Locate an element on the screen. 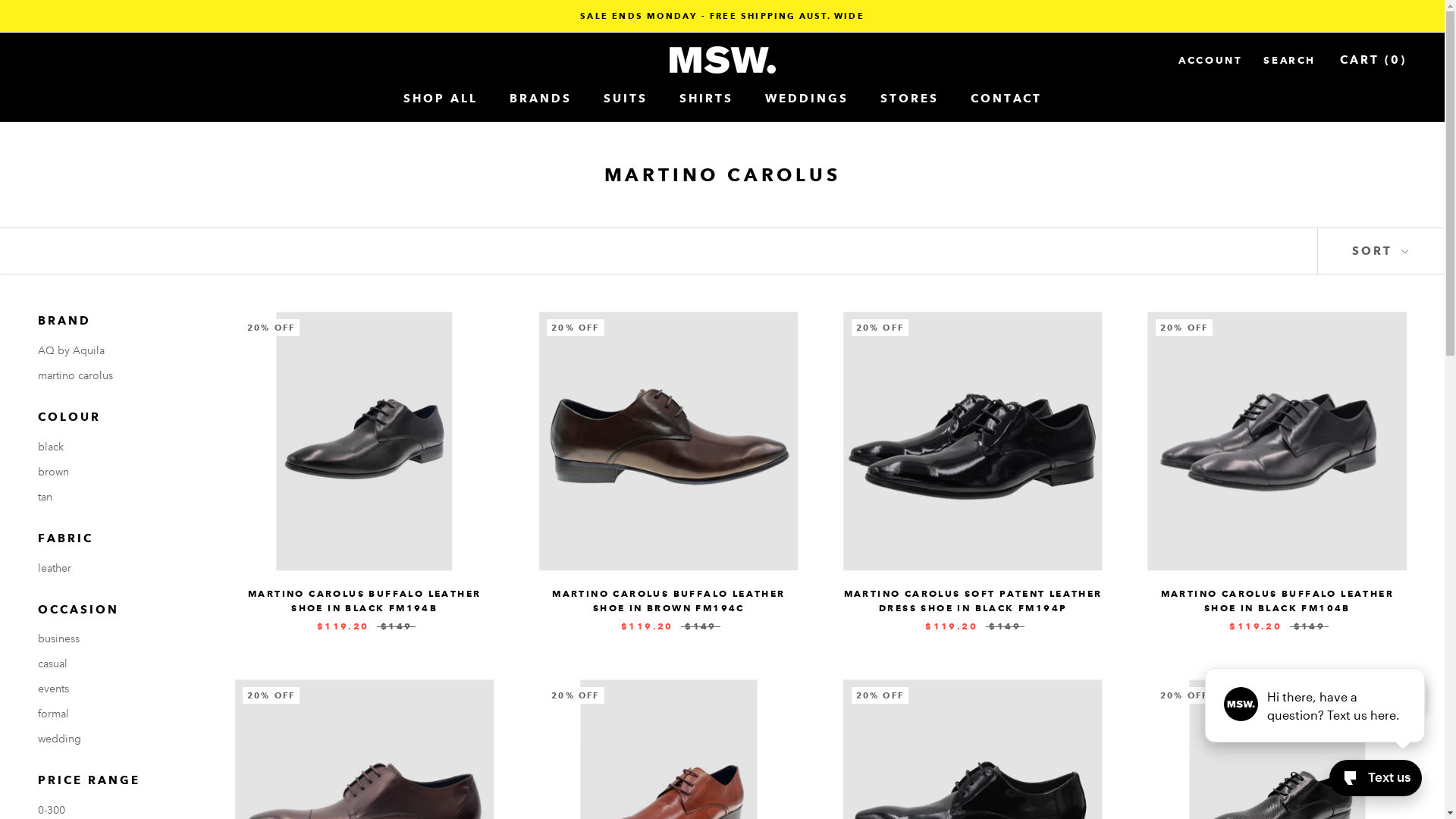  '0-300' is located at coordinates (112, 809).